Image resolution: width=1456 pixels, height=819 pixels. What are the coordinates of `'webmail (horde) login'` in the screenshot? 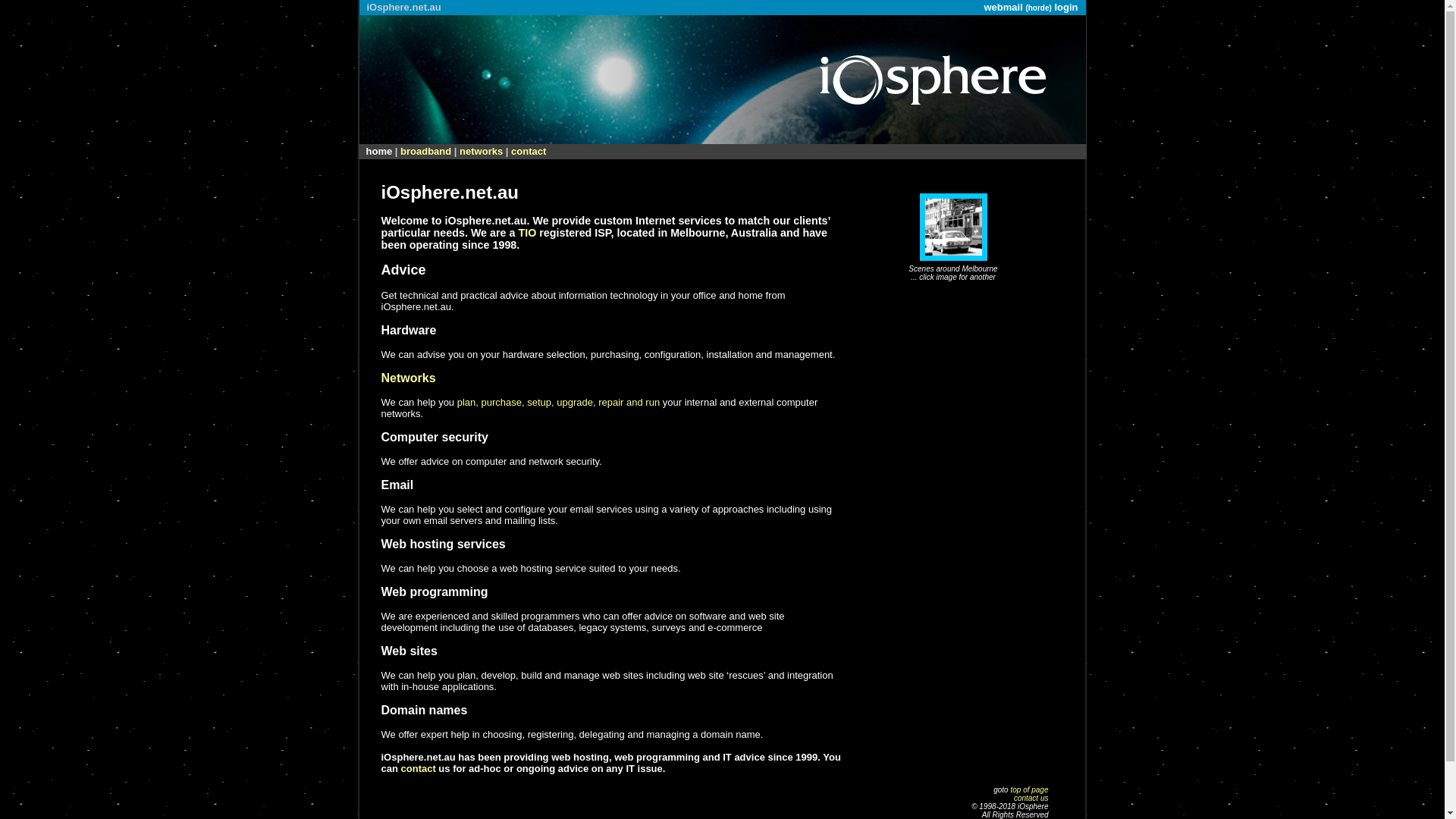 It's located at (983, 7).